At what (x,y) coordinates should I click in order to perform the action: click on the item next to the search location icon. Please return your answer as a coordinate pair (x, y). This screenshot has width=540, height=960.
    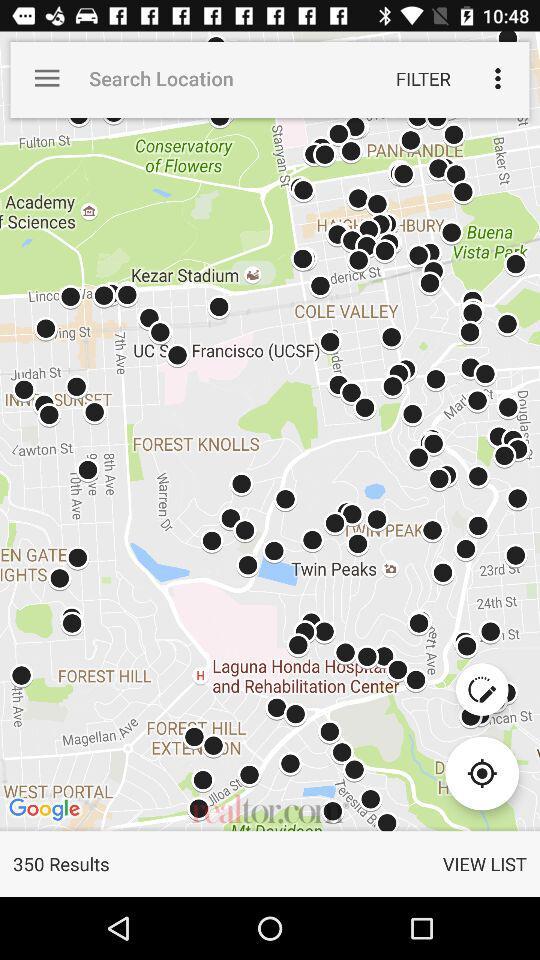
    Looking at the image, I should click on (422, 78).